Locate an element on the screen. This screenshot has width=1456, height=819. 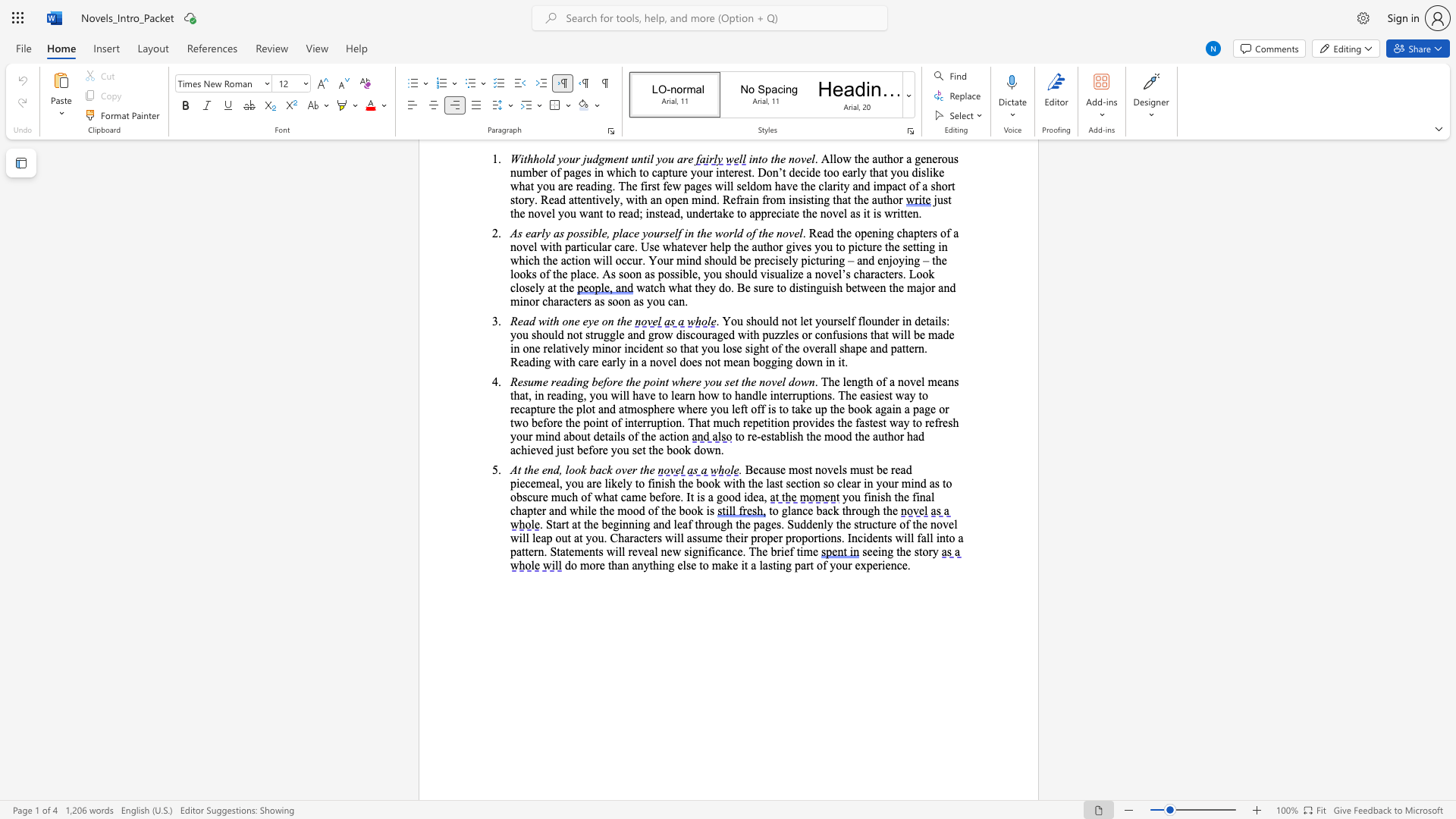
the subset text ", lo" within the text "At the end, look back over the" is located at coordinates (558, 469).